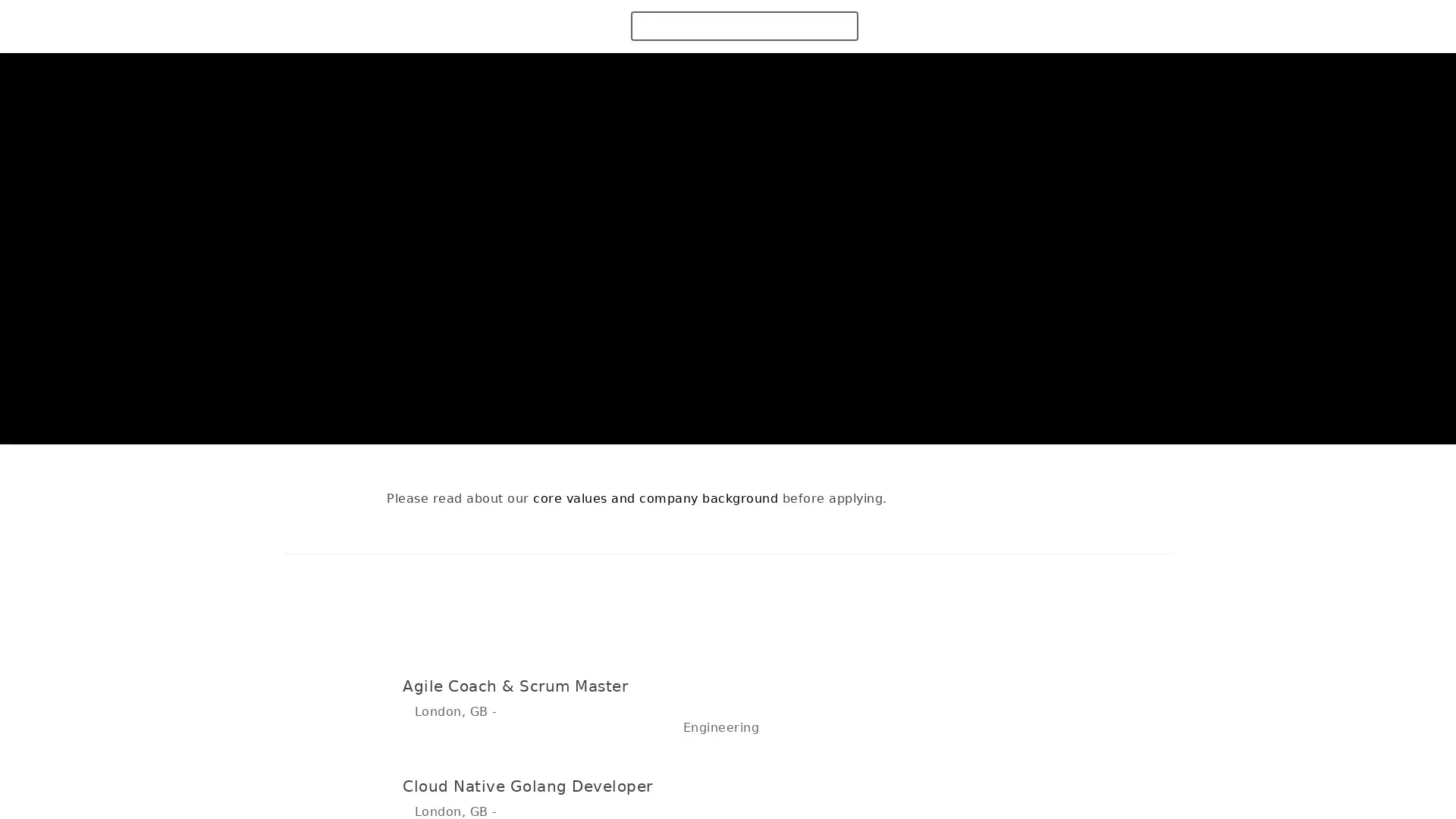 The image size is (1456, 819). I want to click on Apply, so click(1020, 695).